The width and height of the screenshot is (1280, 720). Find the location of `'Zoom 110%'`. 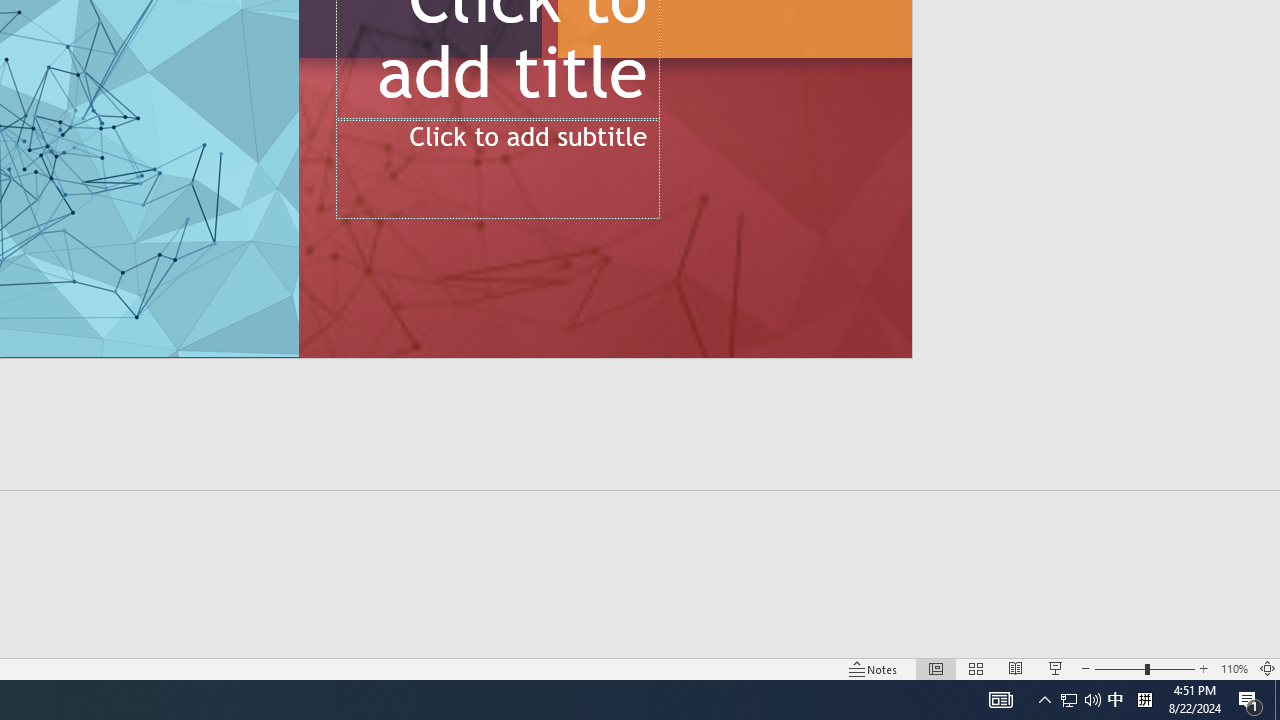

'Zoom 110%' is located at coordinates (1233, 669).